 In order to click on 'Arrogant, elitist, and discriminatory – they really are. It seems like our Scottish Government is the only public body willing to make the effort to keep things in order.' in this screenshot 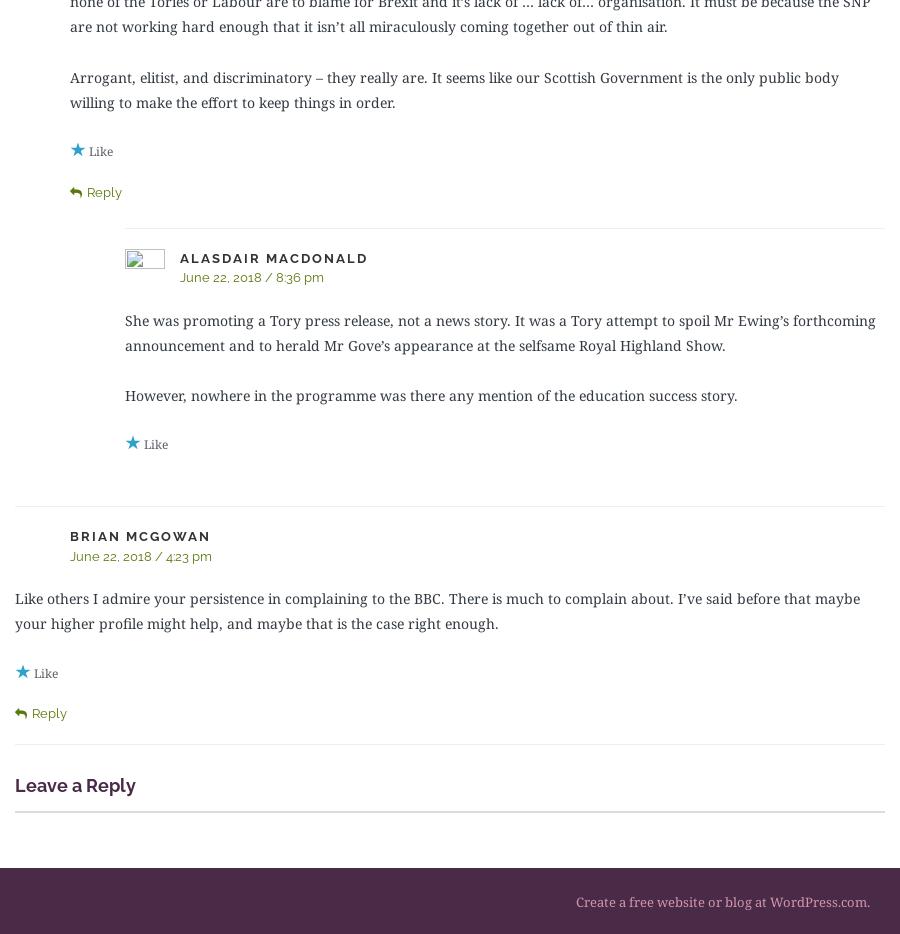, I will do `click(453, 89)`.